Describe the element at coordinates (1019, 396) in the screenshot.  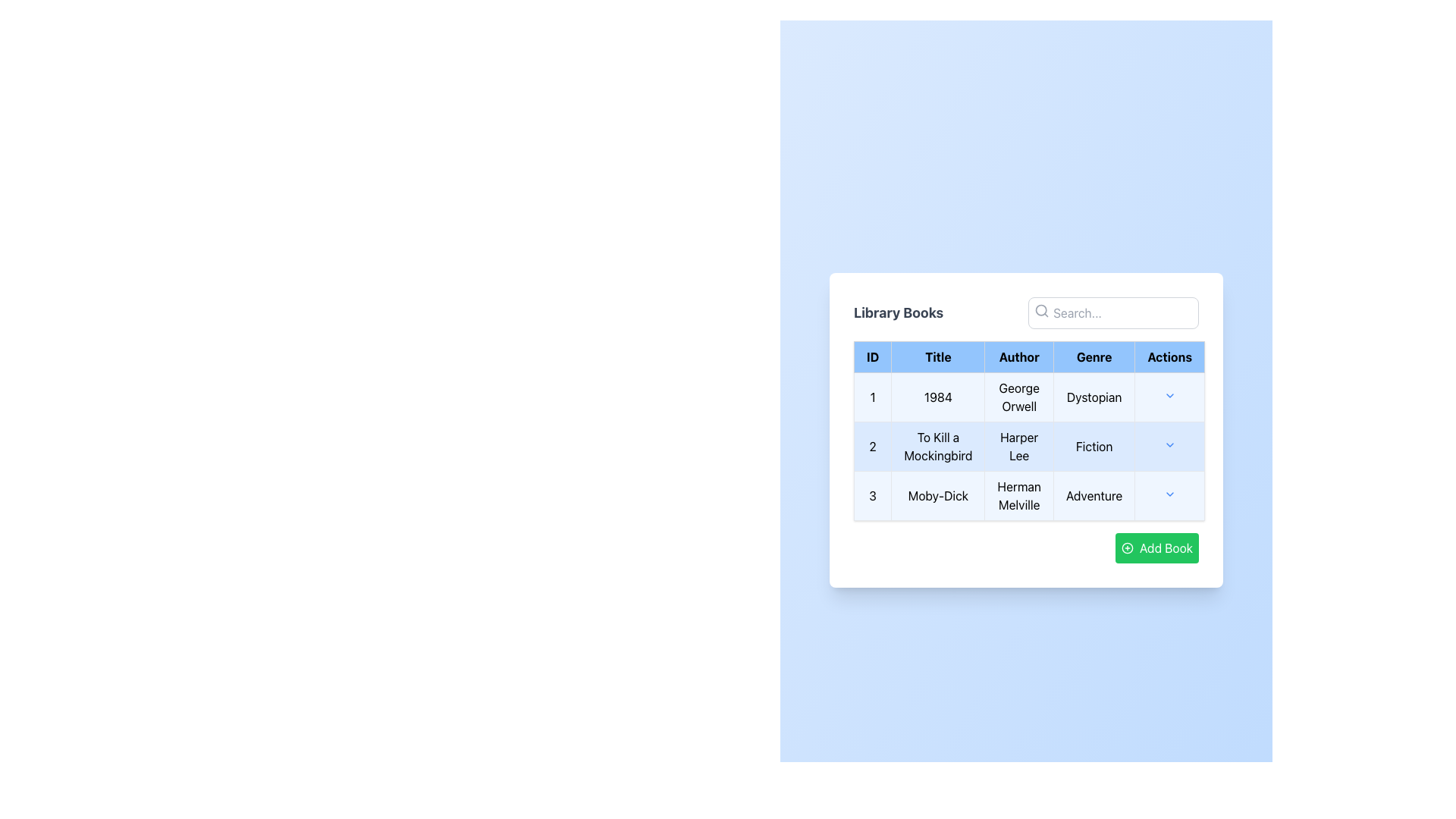
I see `the Text display showing the author name 'George Orwell' in the 'Author' column of the first entry of the table for the book '1984'` at that location.